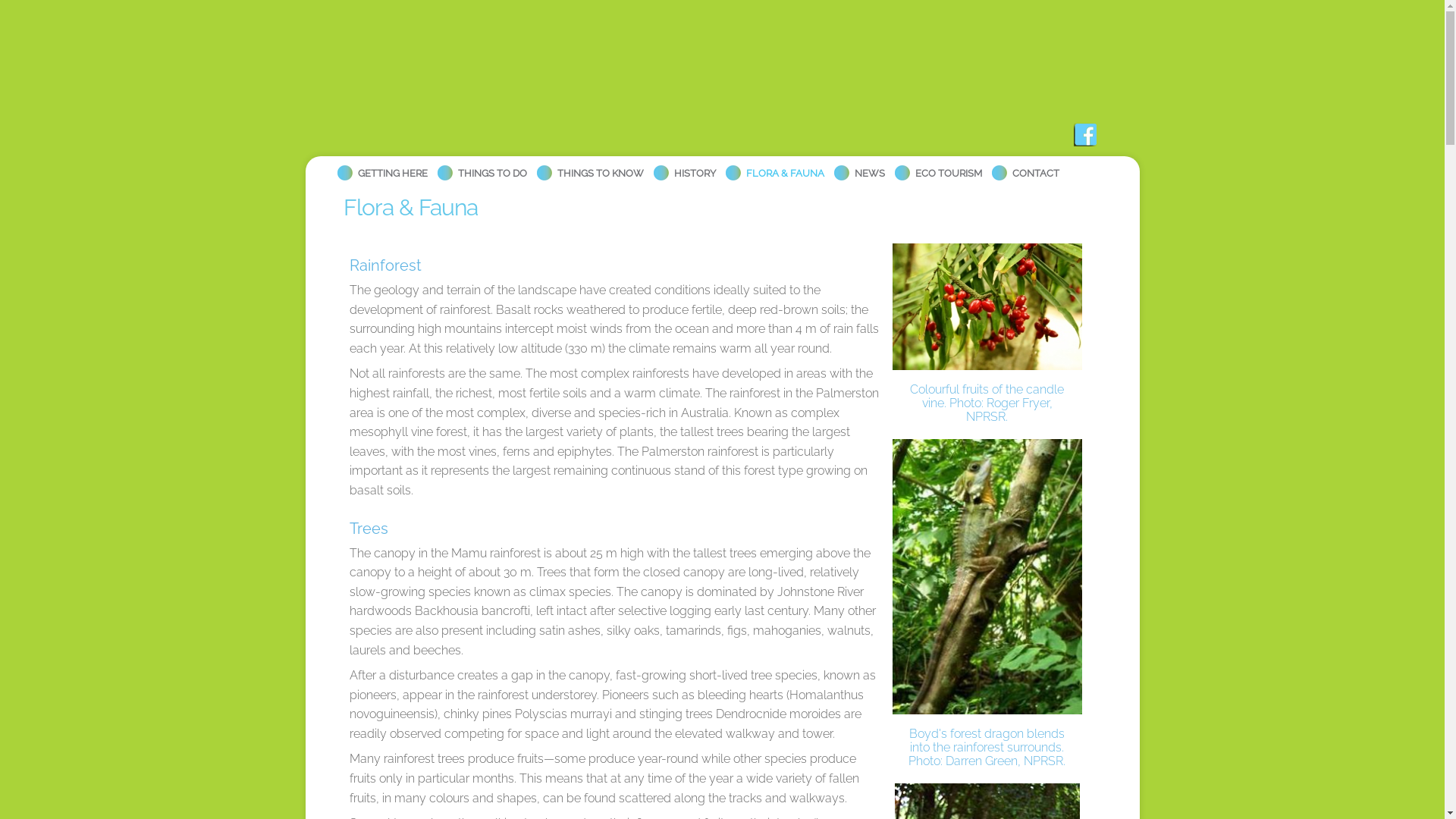 The width and height of the screenshot is (1456, 819). What do you see at coordinates (773, 164) in the screenshot?
I see `'FLORA & FAUNA'` at bounding box center [773, 164].